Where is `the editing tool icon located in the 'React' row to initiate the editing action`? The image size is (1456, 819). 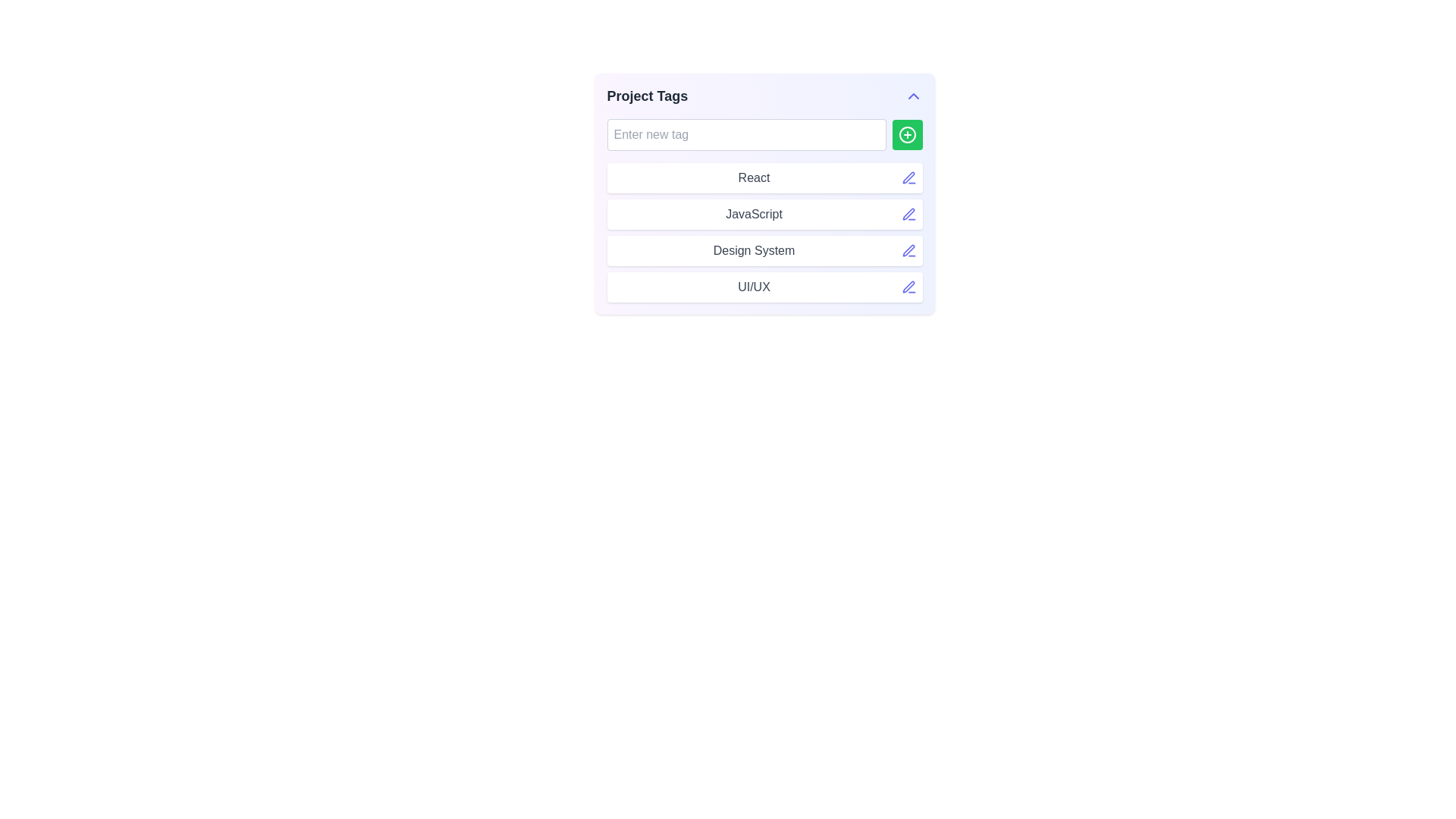 the editing tool icon located in the 'React' row to initiate the editing action is located at coordinates (908, 177).